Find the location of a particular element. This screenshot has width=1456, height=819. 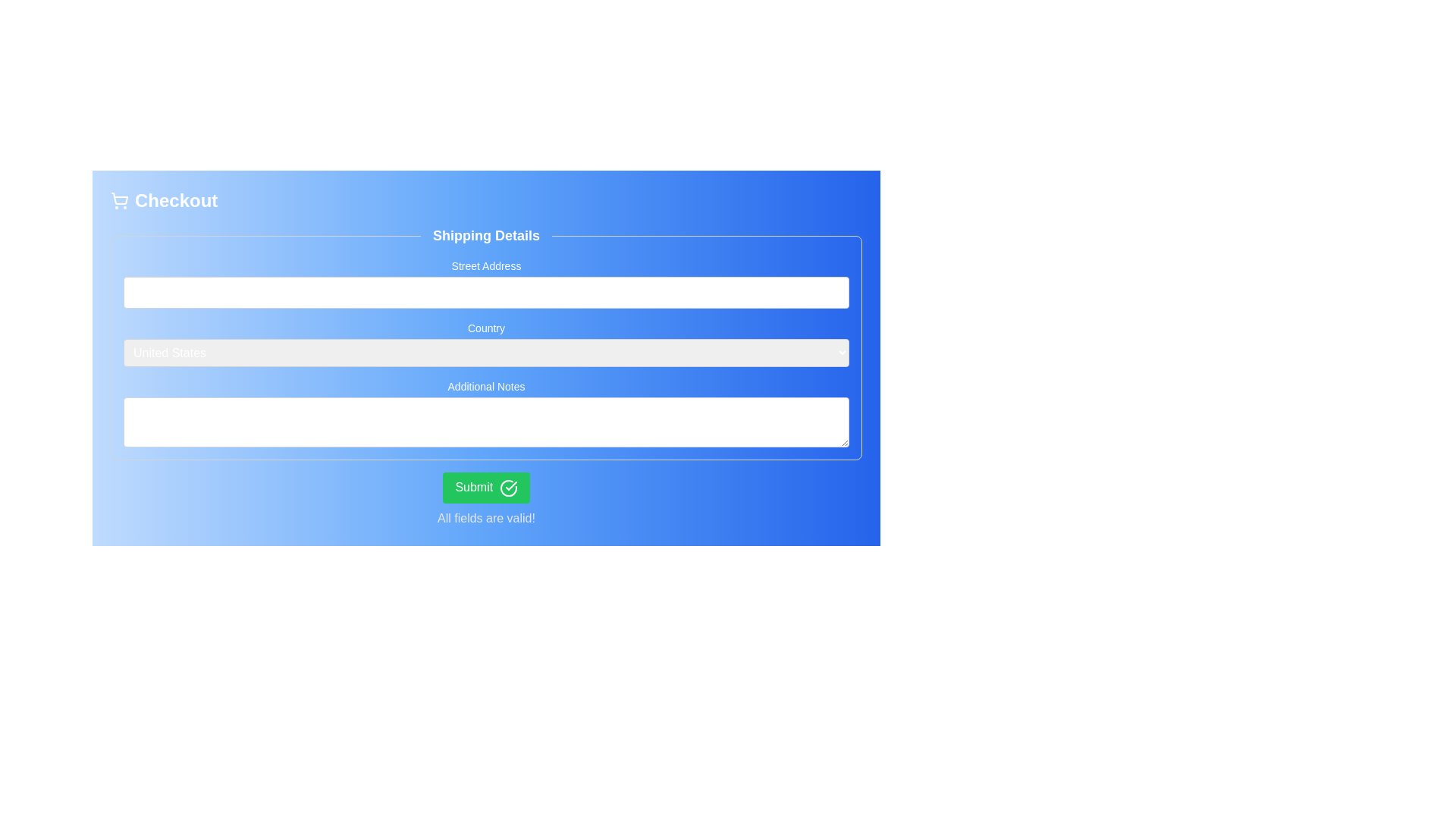

the shopping cart icon, which is styled in a line-drawing aesthetic and displayed in white against a blue background, located to the left of the 'Checkout' text in the header area is located at coordinates (119, 200).